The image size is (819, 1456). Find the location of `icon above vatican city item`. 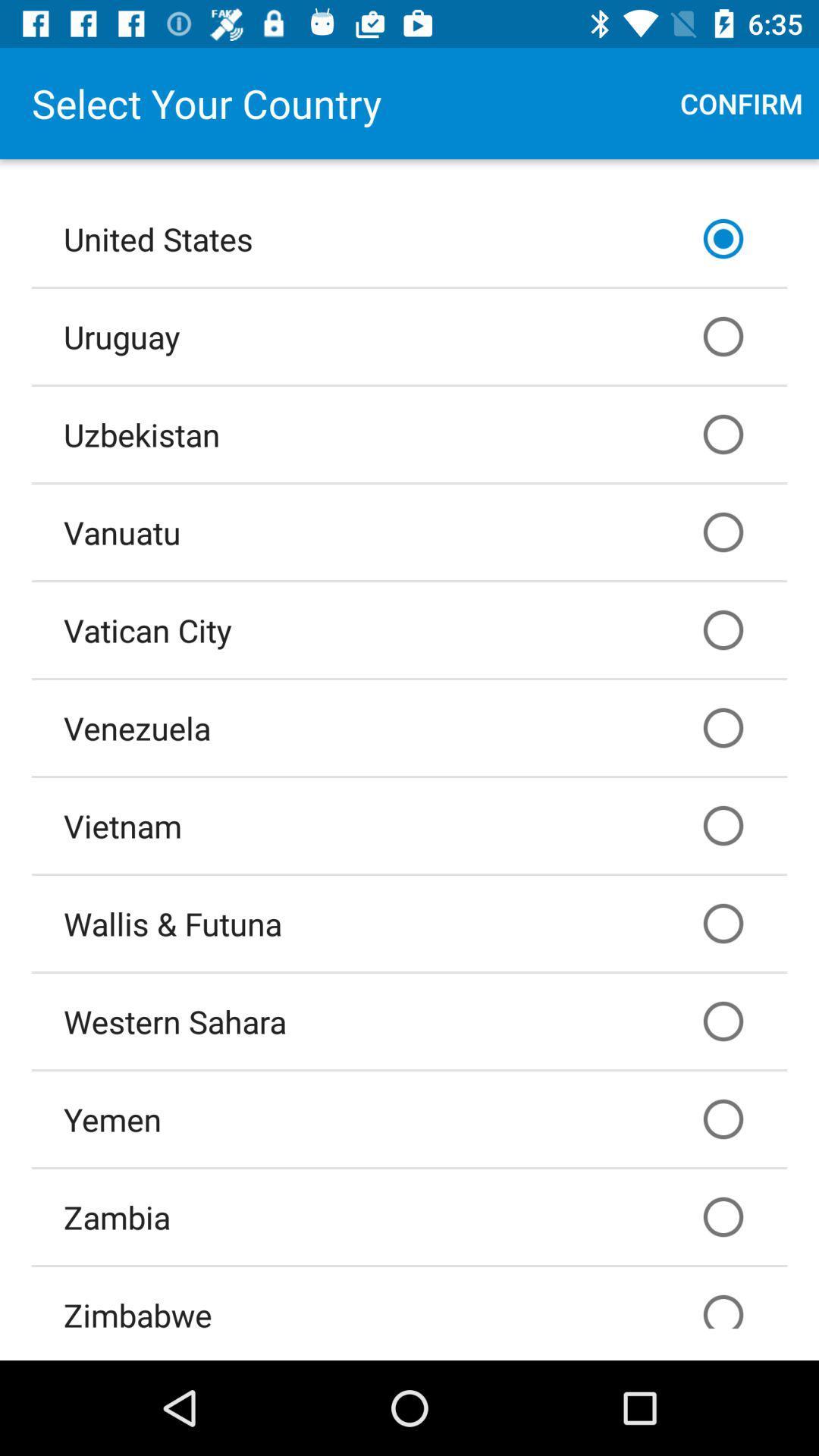

icon above vatican city item is located at coordinates (409, 532).